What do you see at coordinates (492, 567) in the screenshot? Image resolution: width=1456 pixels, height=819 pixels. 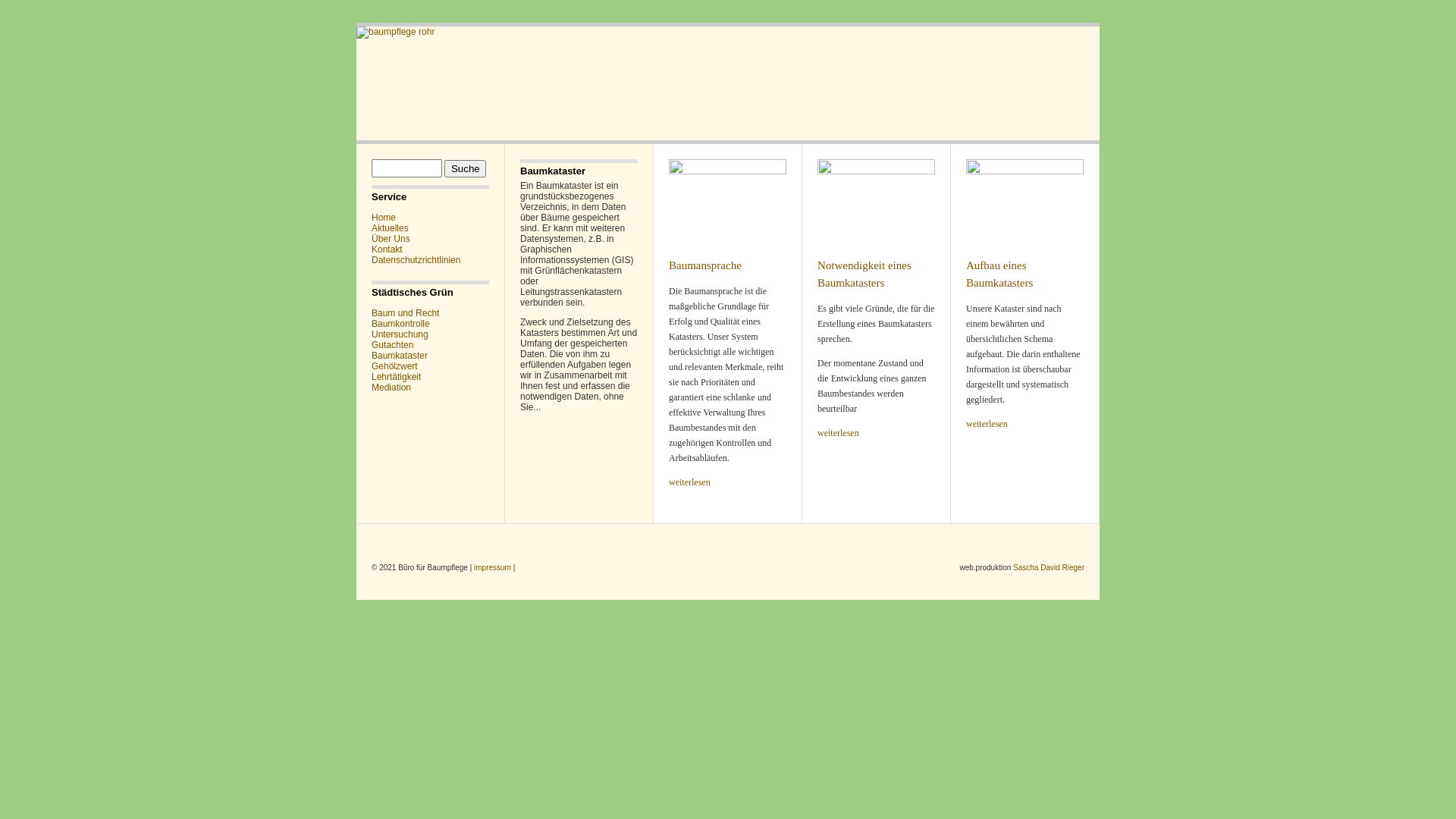 I see `'impressum'` at bounding box center [492, 567].